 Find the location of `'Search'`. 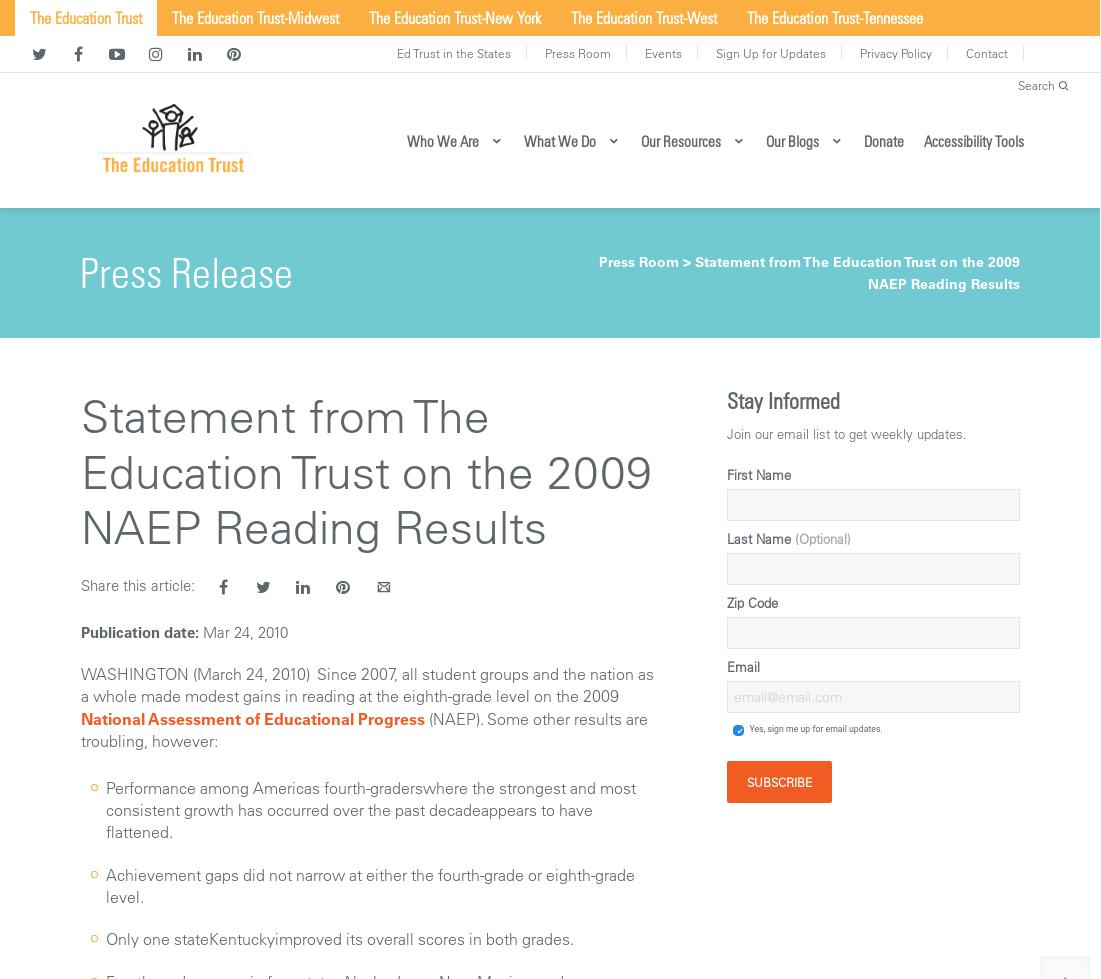

'Search' is located at coordinates (1015, 84).